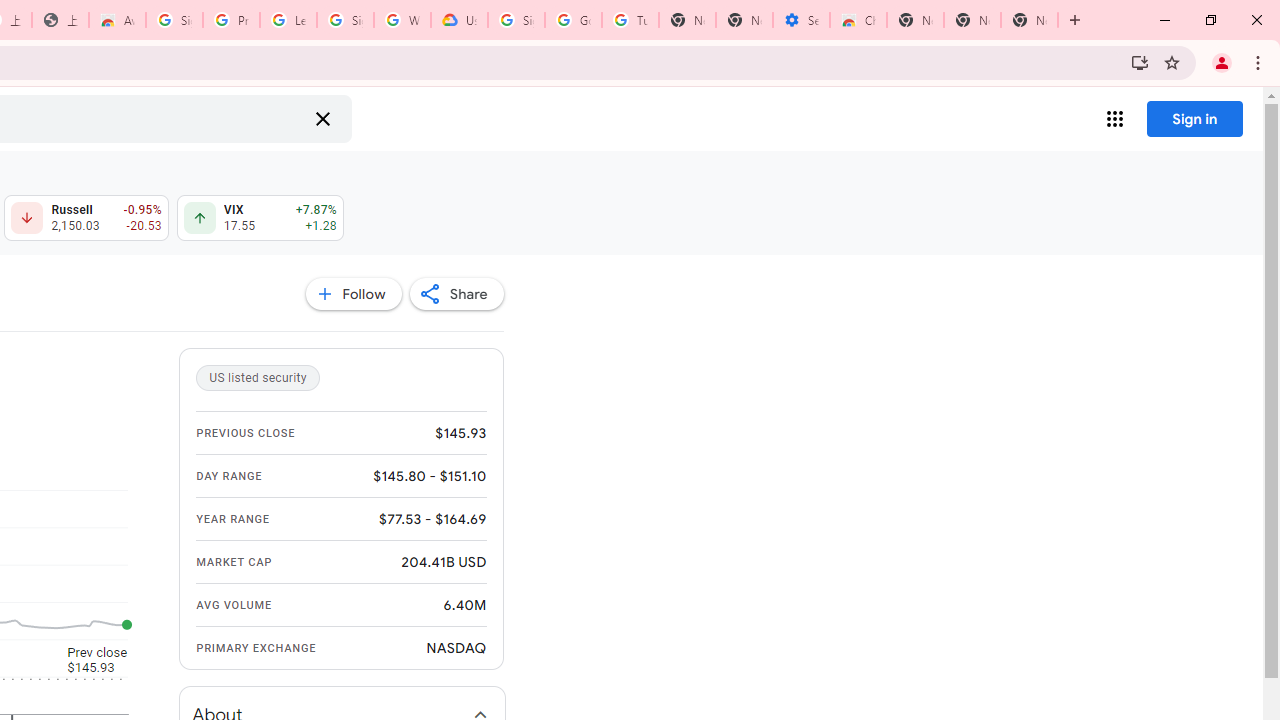  Describe the element at coordinates (322, 118) in the screenshot. I see `'Clear search'` at that location.